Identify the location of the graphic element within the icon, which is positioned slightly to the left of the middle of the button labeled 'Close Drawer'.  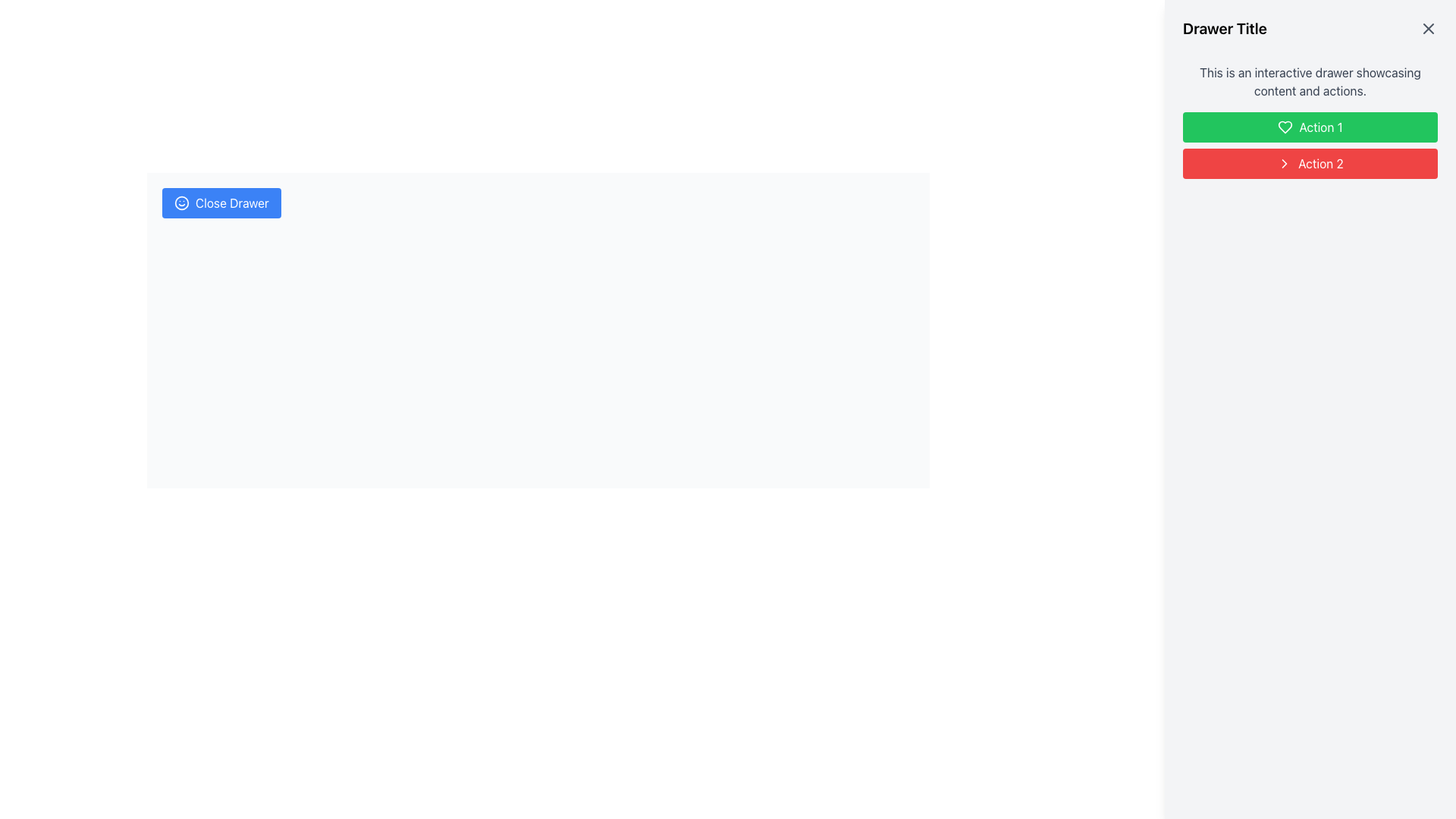
(182, 202).